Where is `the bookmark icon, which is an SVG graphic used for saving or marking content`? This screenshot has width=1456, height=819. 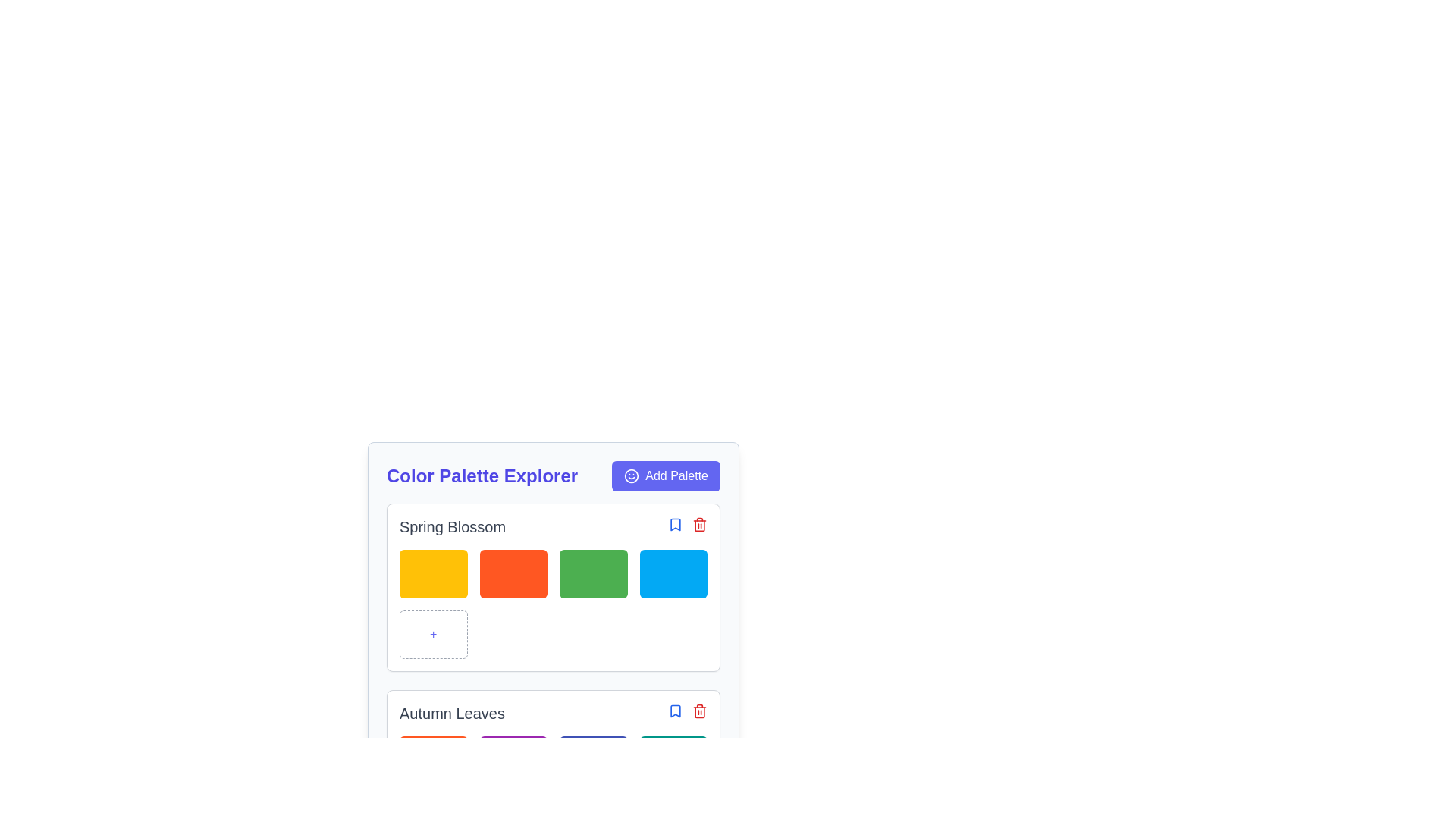 the bookmark icon, which is an SVG graphic used for saving or marking content is located at coordinates (675, 522).